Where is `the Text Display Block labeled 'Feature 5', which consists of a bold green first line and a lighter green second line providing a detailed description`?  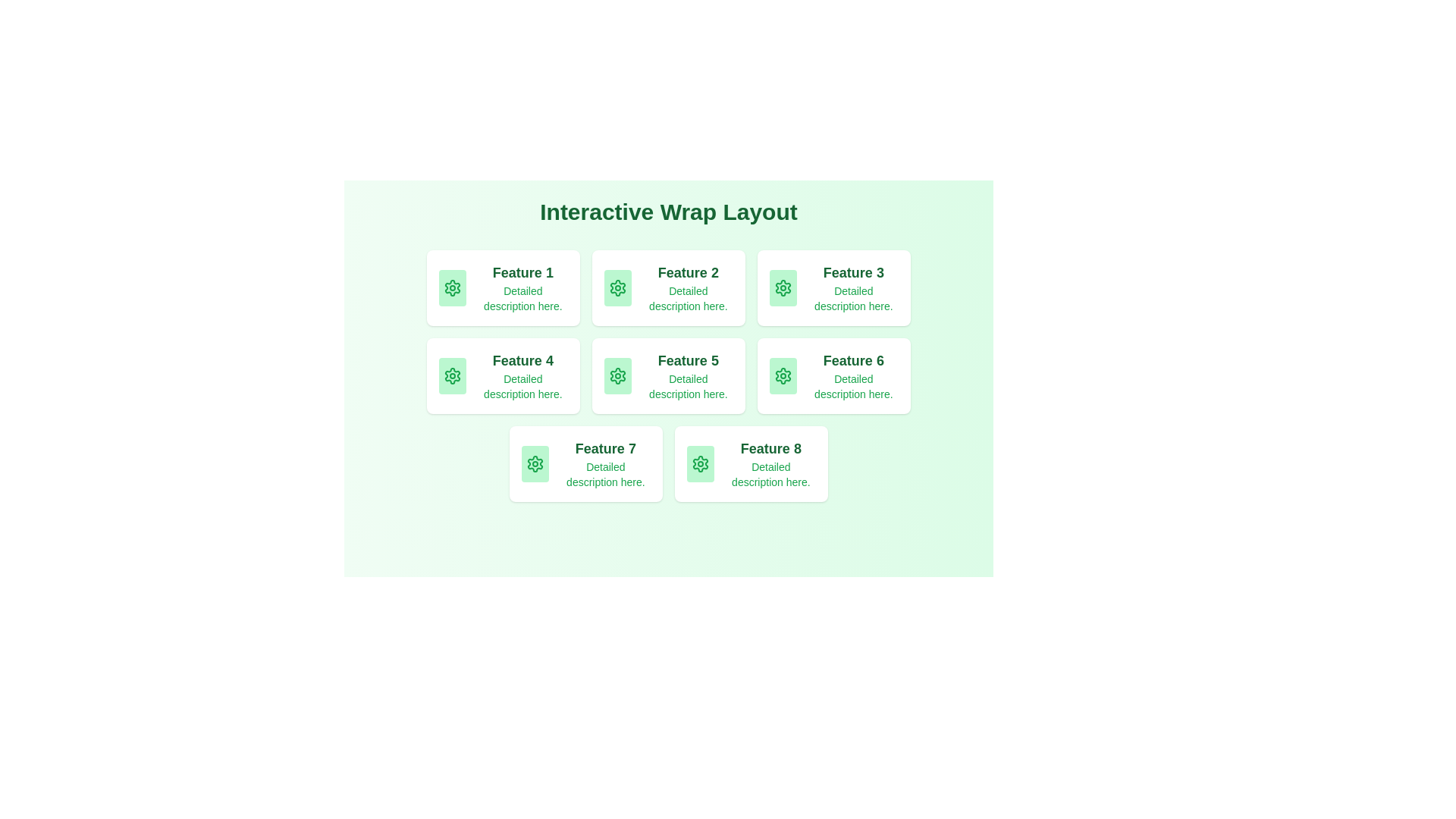
the Text Display Block labeled 'Feature 5', which consists of a bold green first line and a lighter green second line providing a detailed description is located at coordinates (687, 375).